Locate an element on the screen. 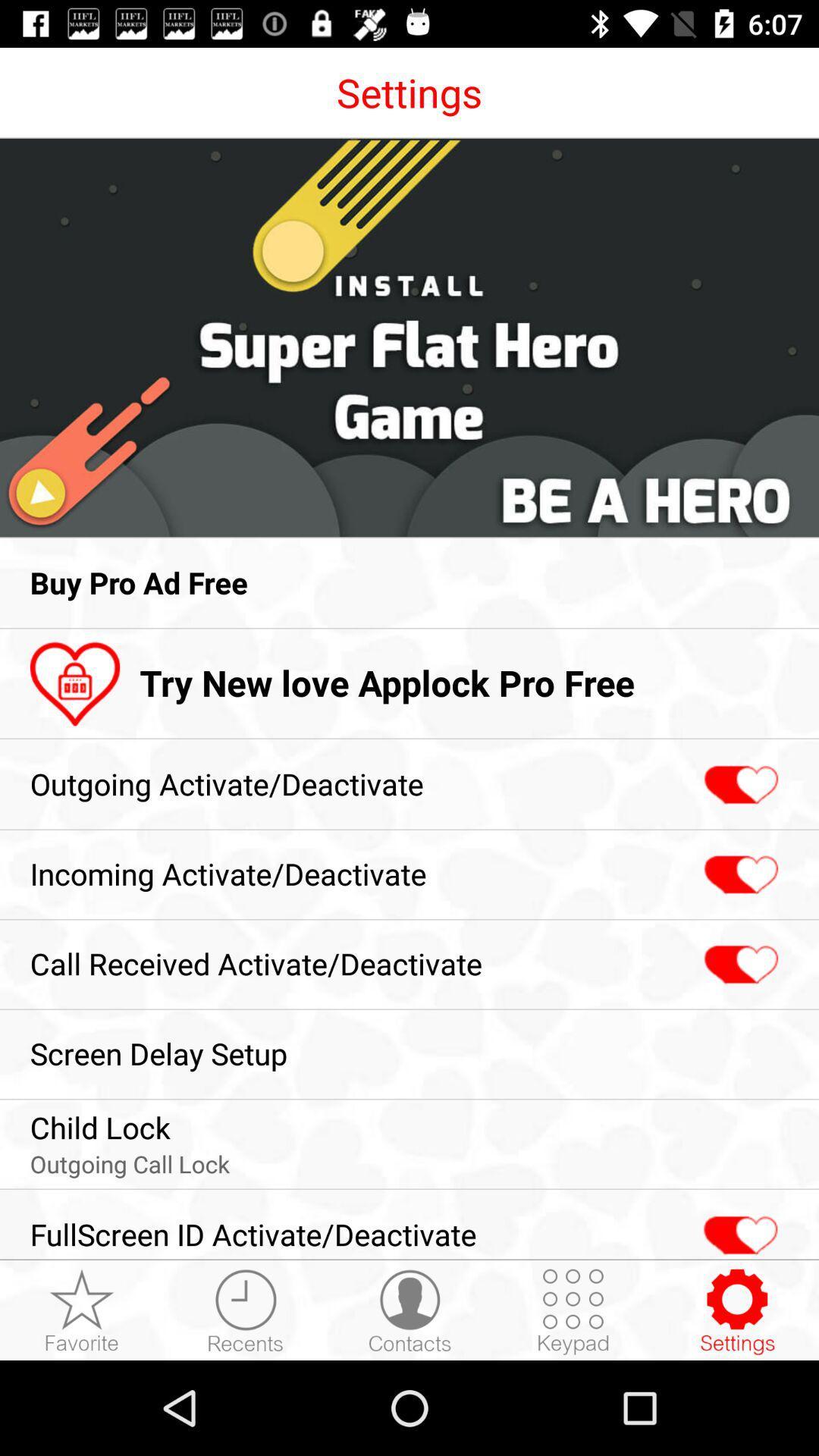 This screenshot has height=1456, width=819. the  favorite icon is located at coordinates (82, 1310).